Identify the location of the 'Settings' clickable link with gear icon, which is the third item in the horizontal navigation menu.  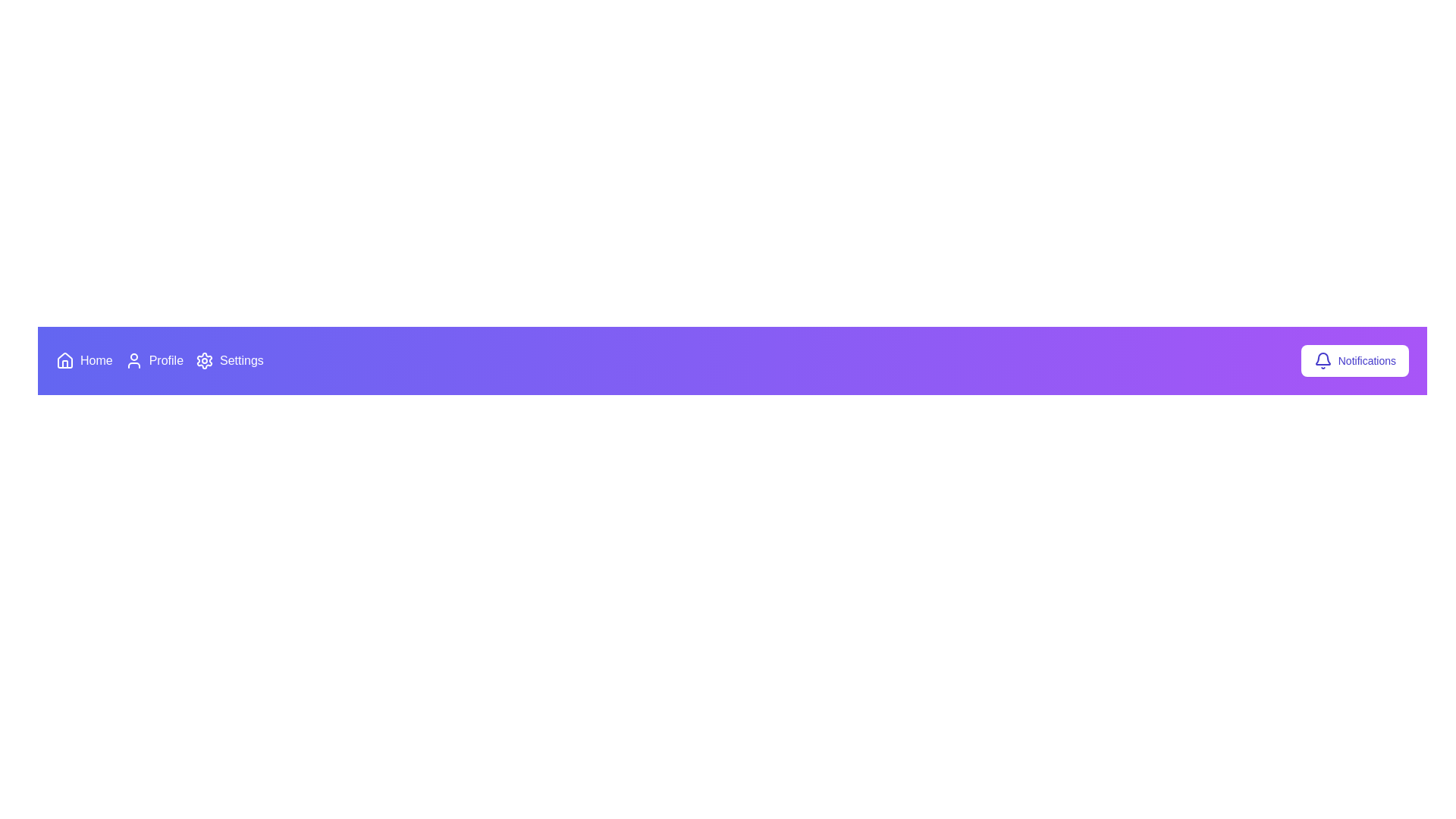
(228, 360).